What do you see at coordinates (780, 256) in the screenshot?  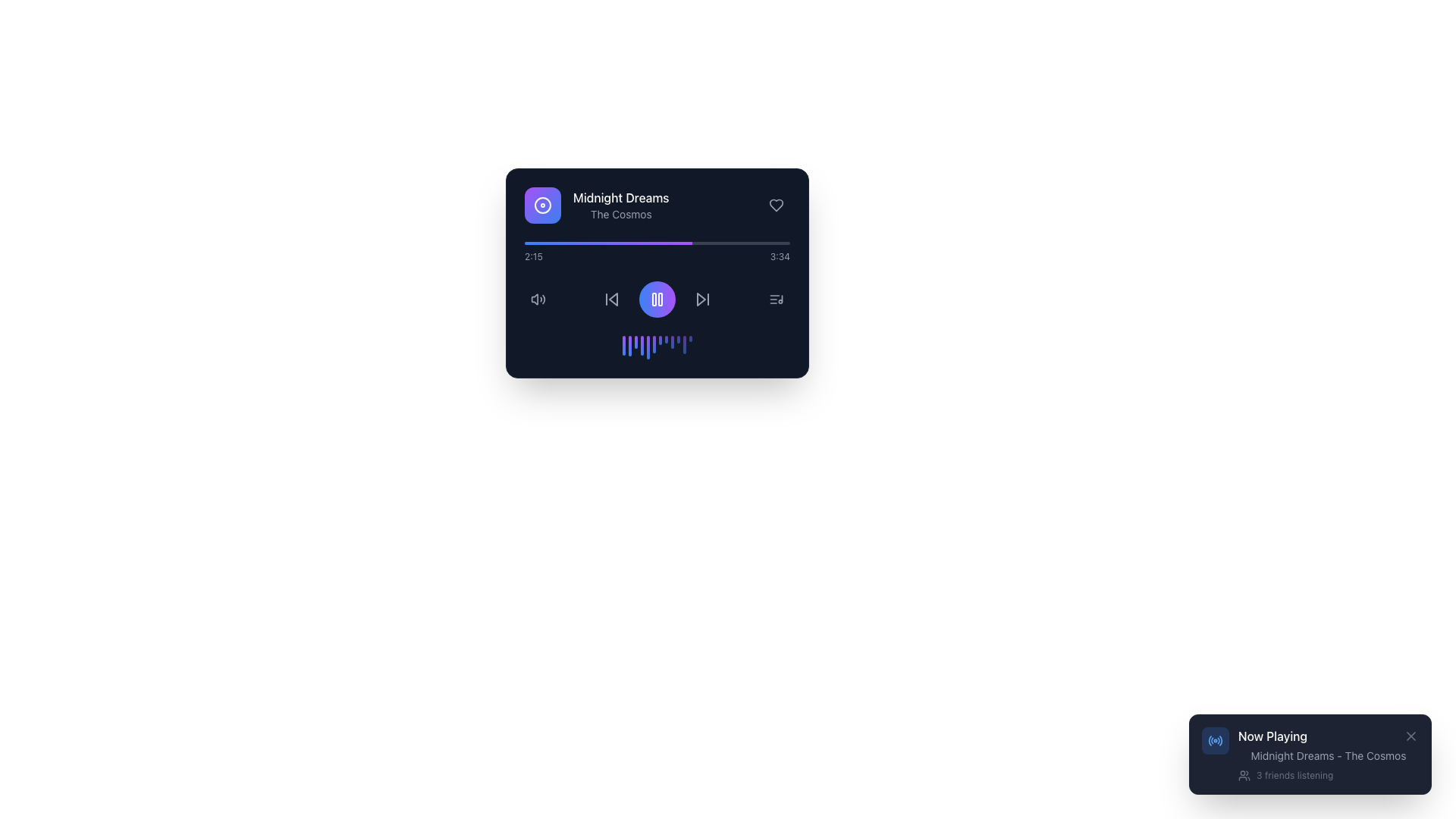 I see `the static text label displaying the total duration of the media, located at the far right of the media player's progress bar` at bounding box center [780, 256].